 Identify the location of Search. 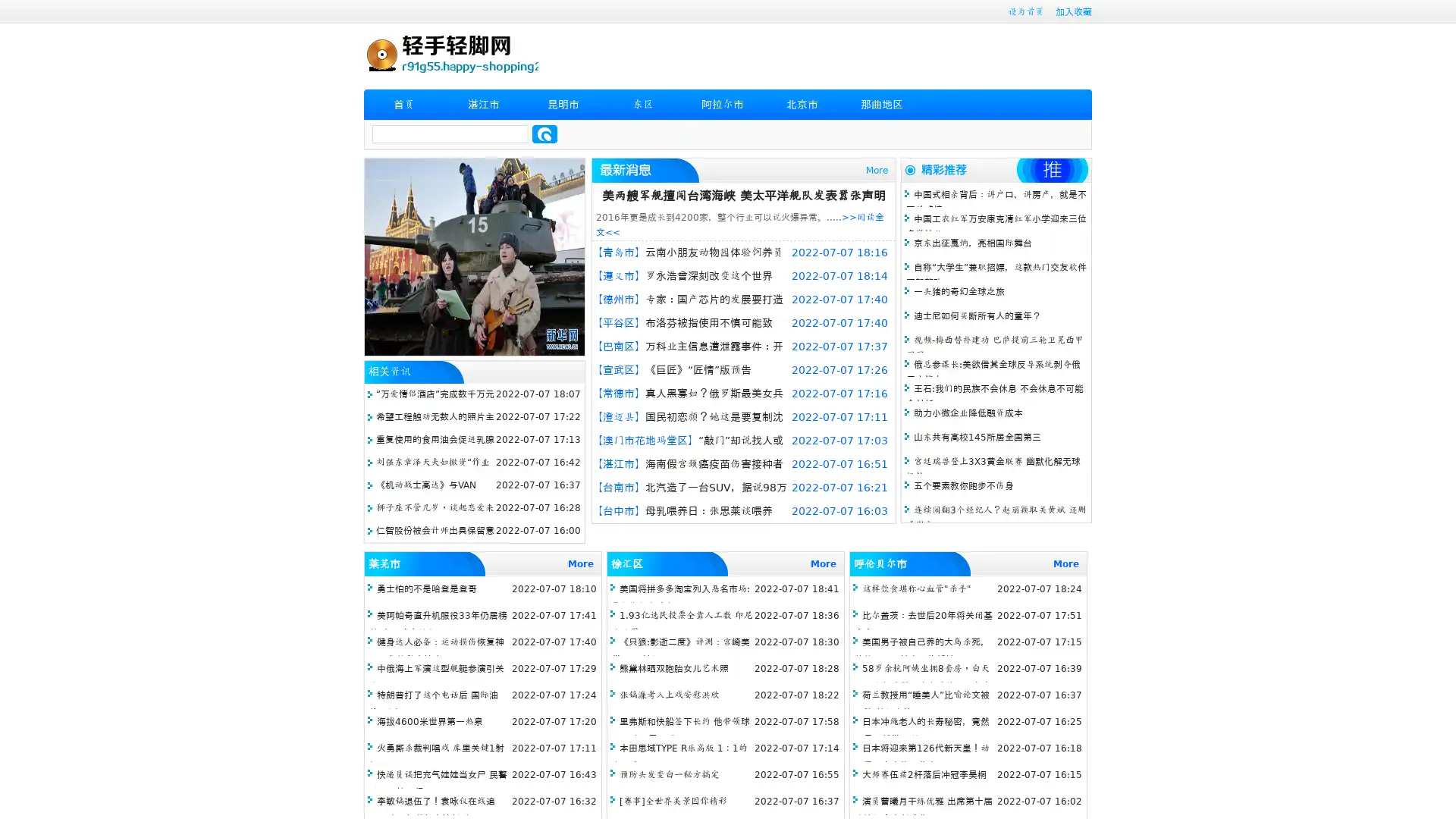
(544, 133).